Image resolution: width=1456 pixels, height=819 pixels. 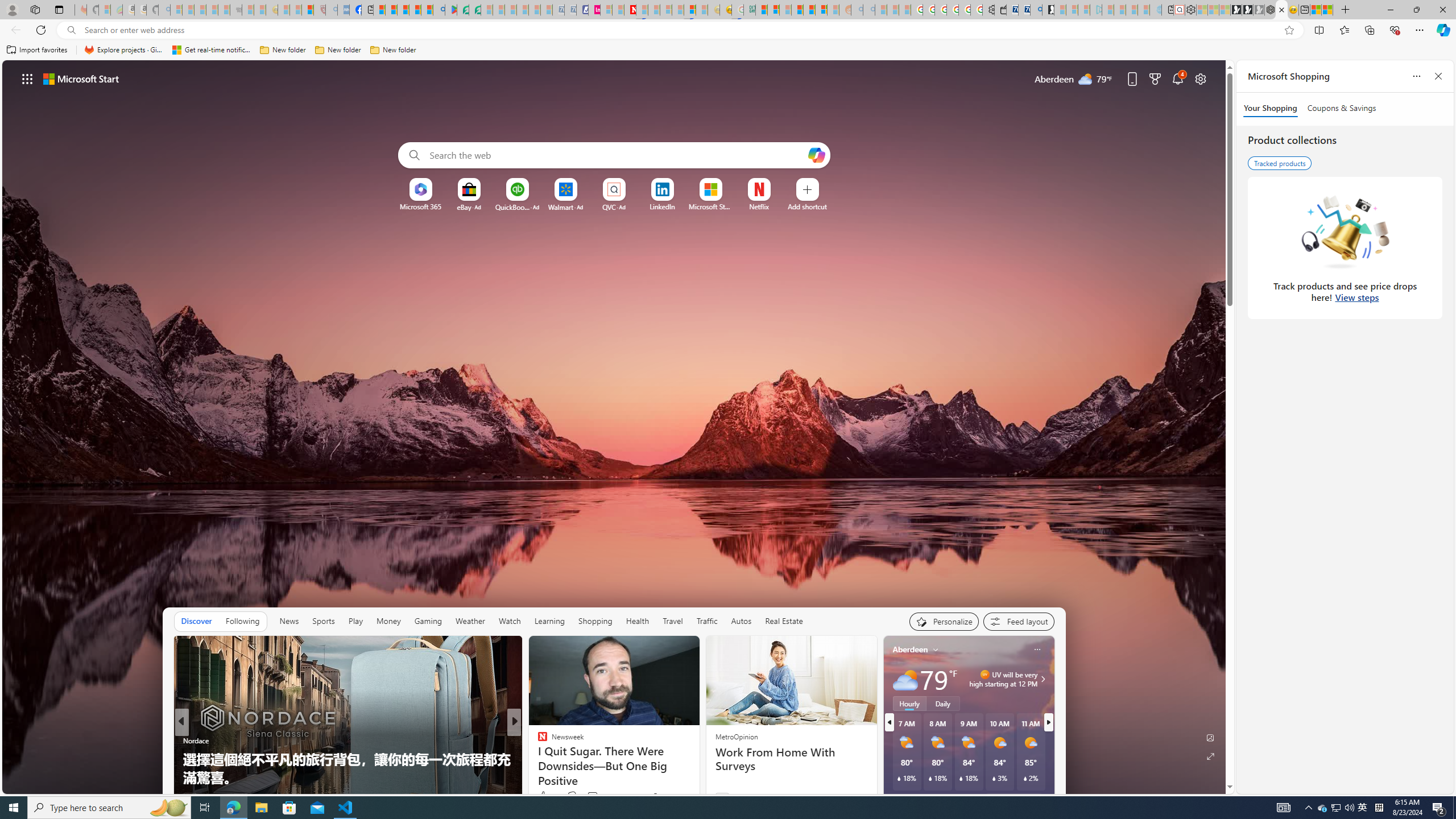 I want to click on 'Expert Portfolios', so click(x=797, y=9).